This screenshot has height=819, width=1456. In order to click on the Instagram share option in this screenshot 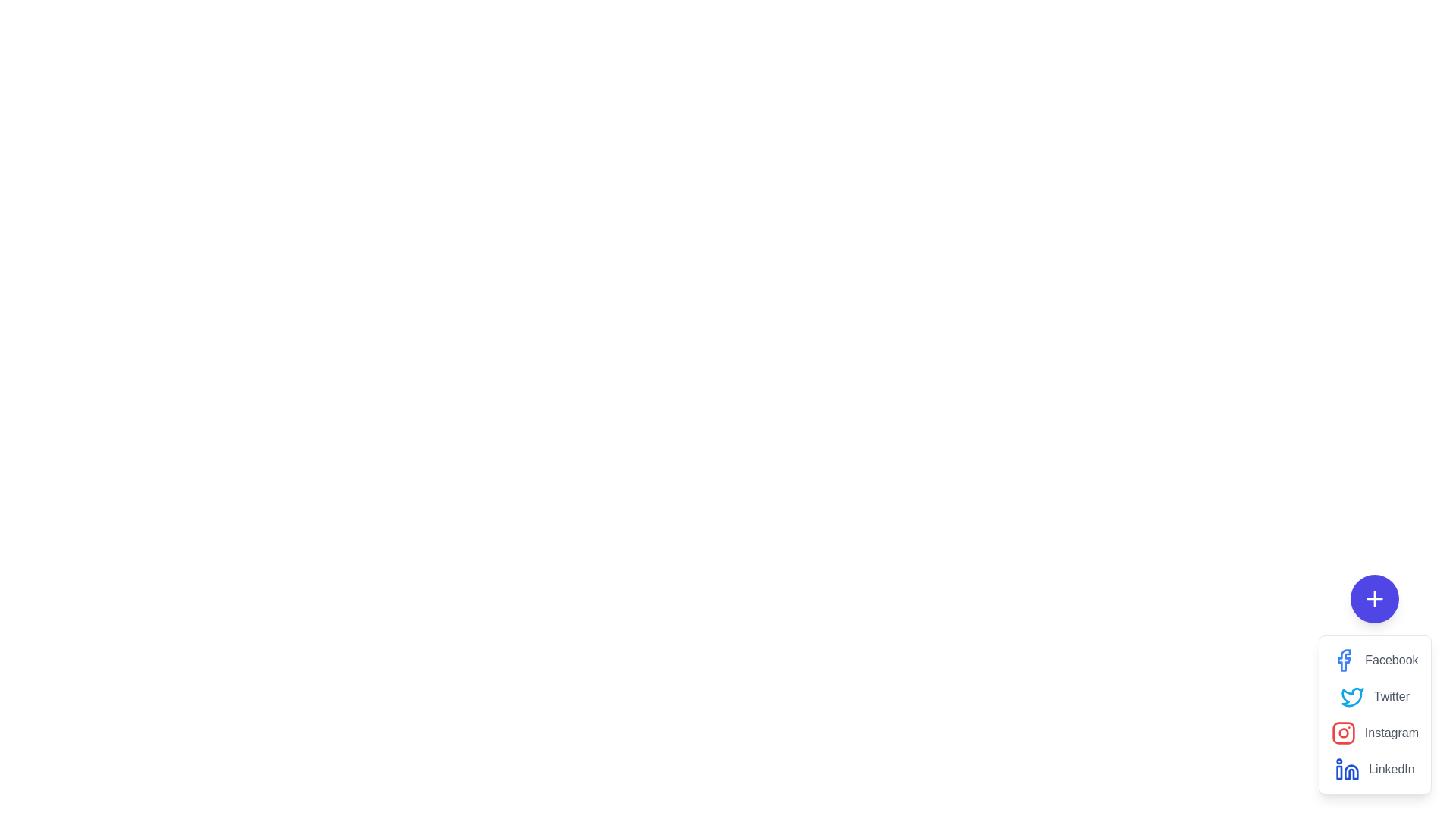, I will do `click(1343, 733)`.